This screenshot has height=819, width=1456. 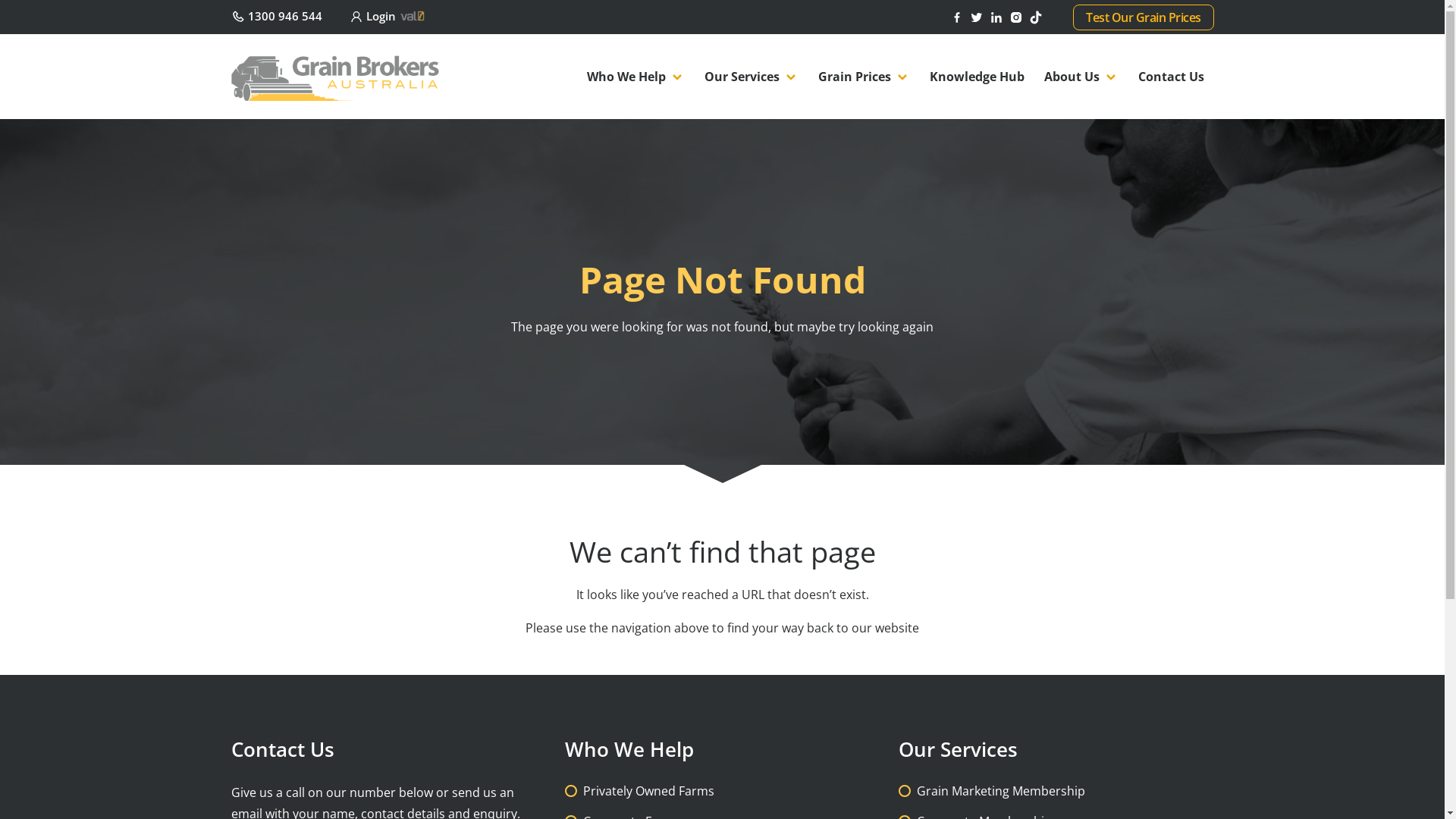 What do you see at coordinates (635, 76) in the screenshot?
I see `'Who We Help'` at bounding box center [635, 76].